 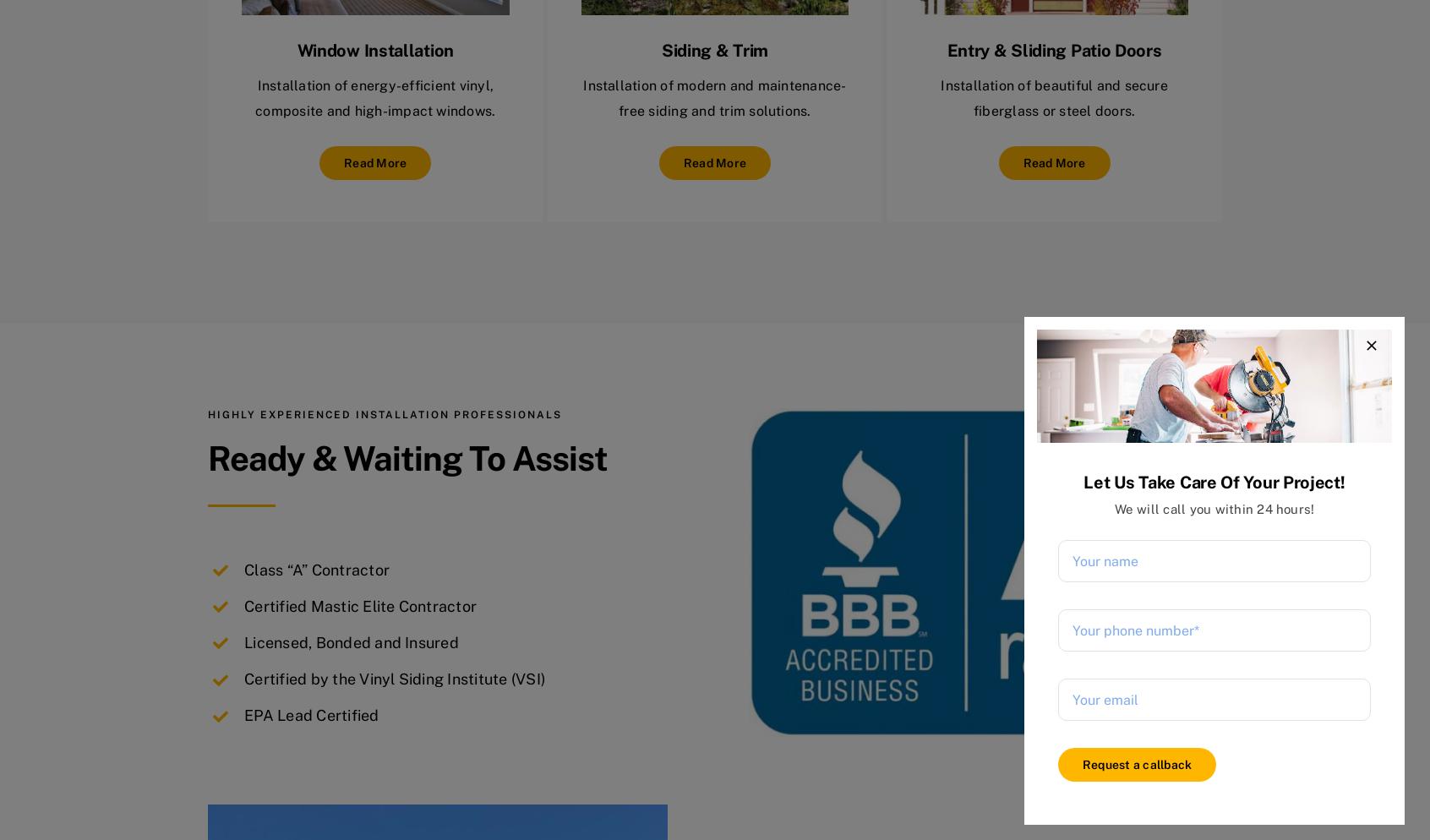 What do you see at coordinates (714, 49) in the screenshot?
I see `'Siding & Trim'` at bounding box center [714, 49].